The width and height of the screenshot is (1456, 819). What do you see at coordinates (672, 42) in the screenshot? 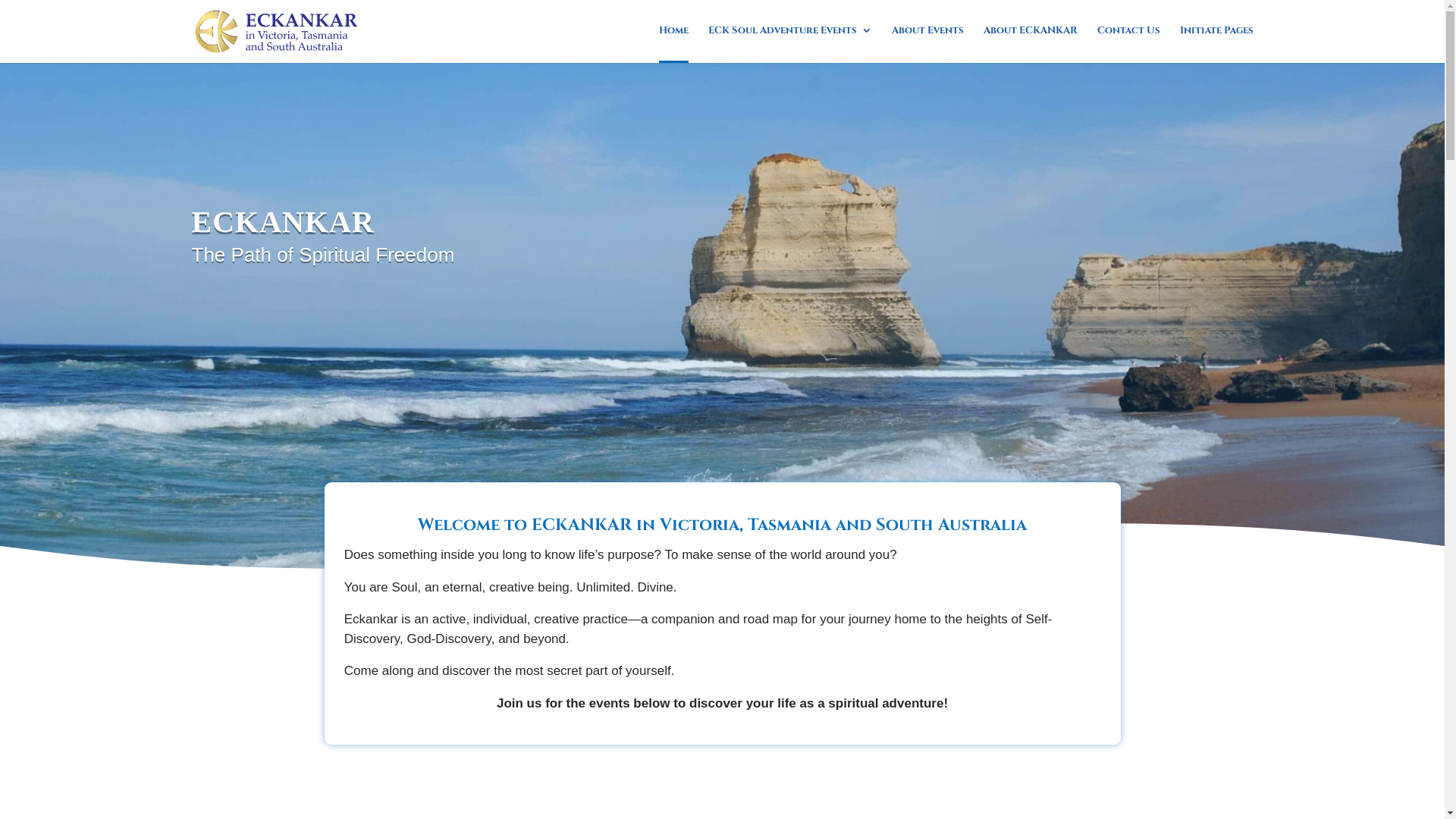
I see `'Home'` at bounding box center [672, 42].